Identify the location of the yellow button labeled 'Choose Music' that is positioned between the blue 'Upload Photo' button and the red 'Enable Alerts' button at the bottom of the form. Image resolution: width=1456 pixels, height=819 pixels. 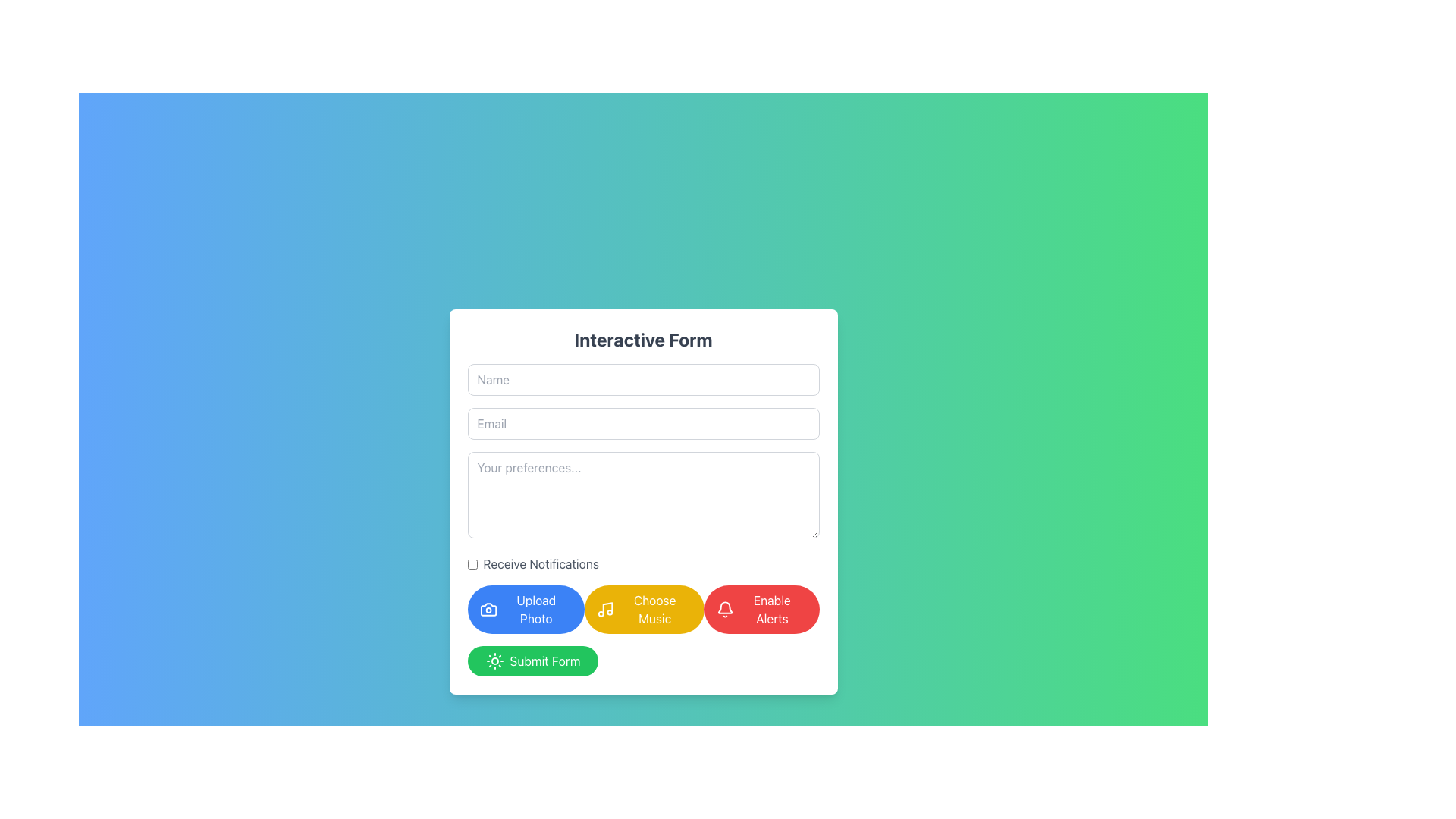
(645, 608).